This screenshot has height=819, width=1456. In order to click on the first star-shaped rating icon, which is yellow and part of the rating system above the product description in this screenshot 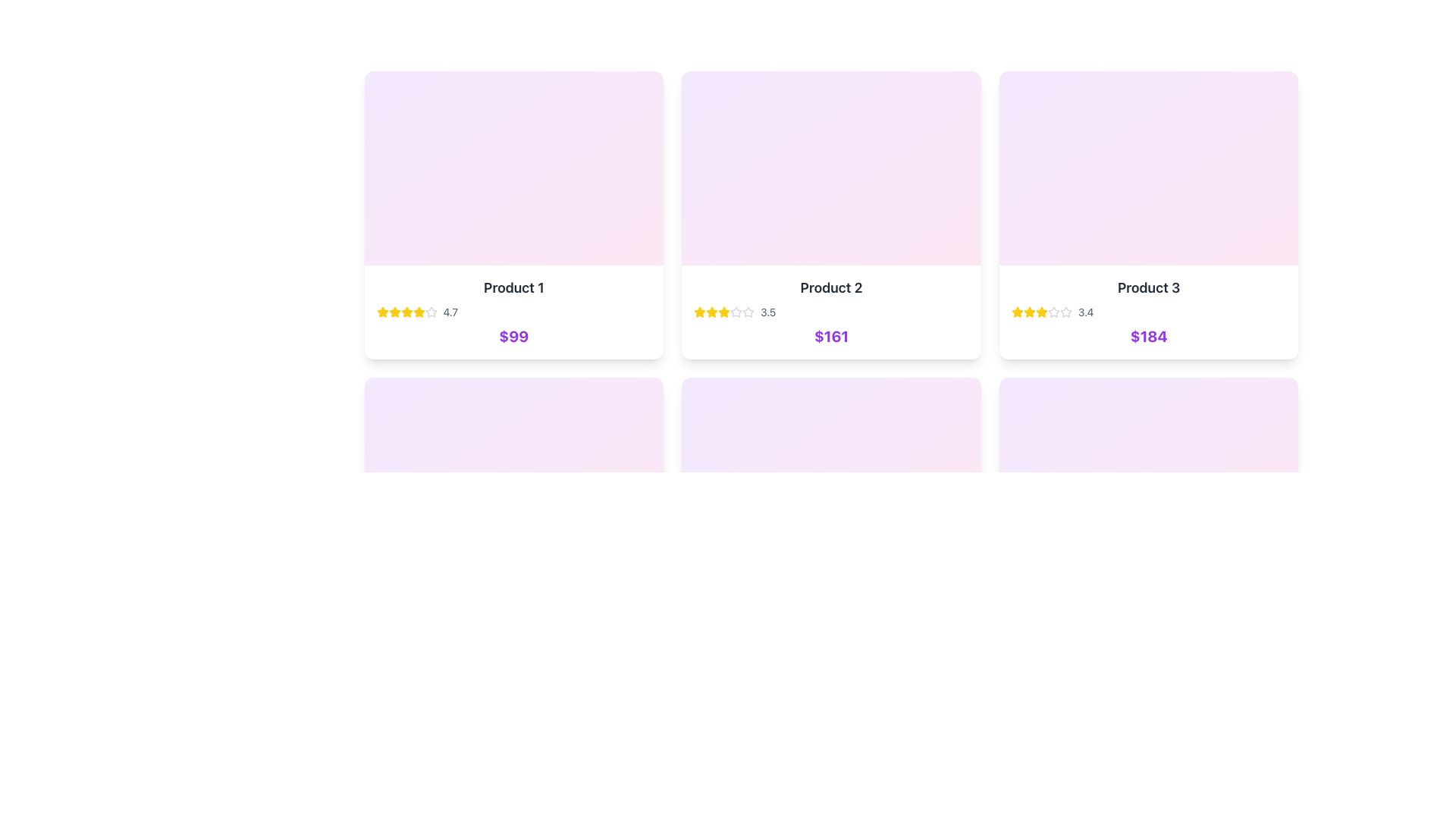, I will do `click(382, 312)`.